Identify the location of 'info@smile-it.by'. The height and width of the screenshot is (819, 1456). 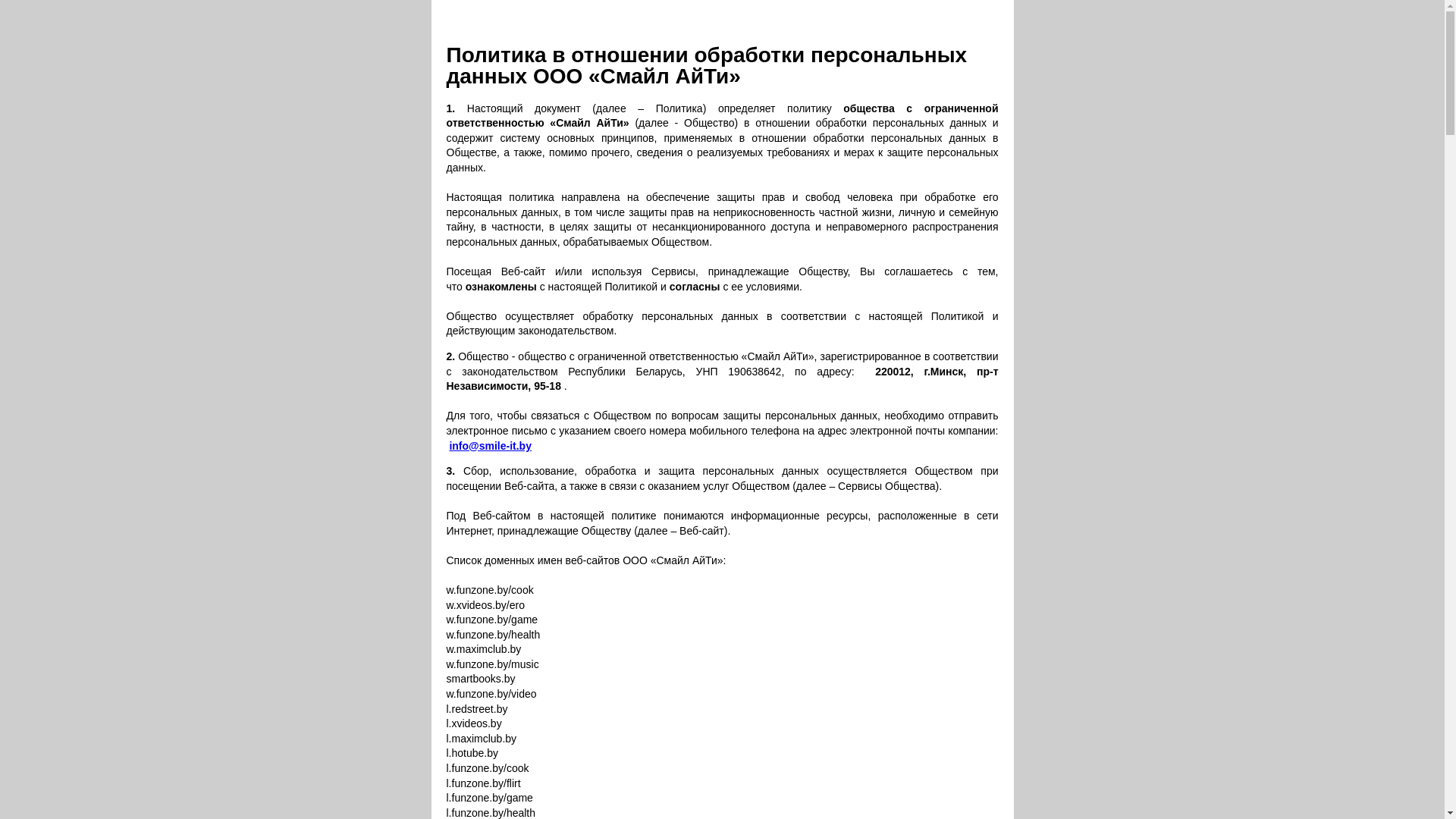
(490, 444).